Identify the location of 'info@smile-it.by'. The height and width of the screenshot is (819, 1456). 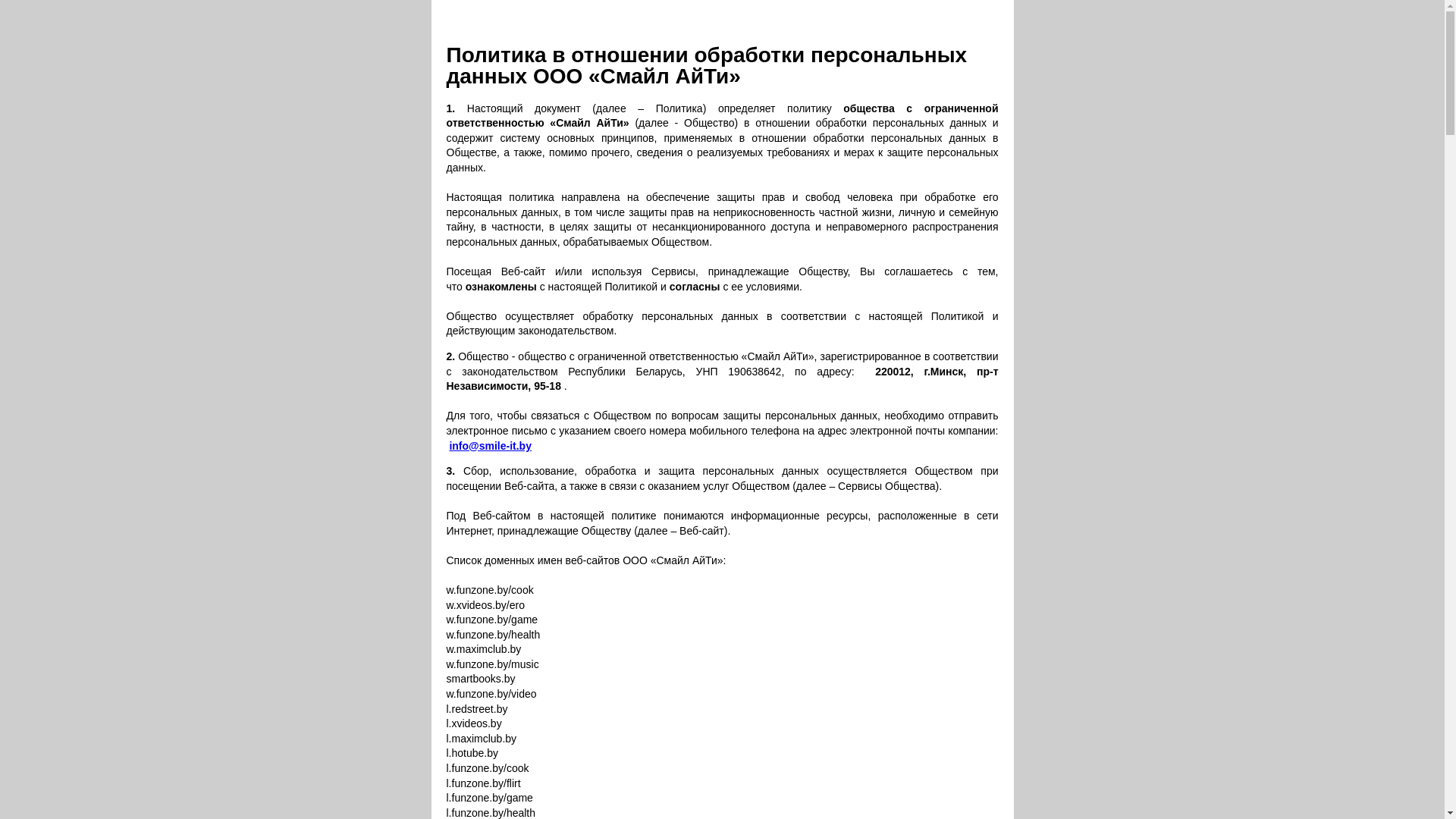
(490, 444).